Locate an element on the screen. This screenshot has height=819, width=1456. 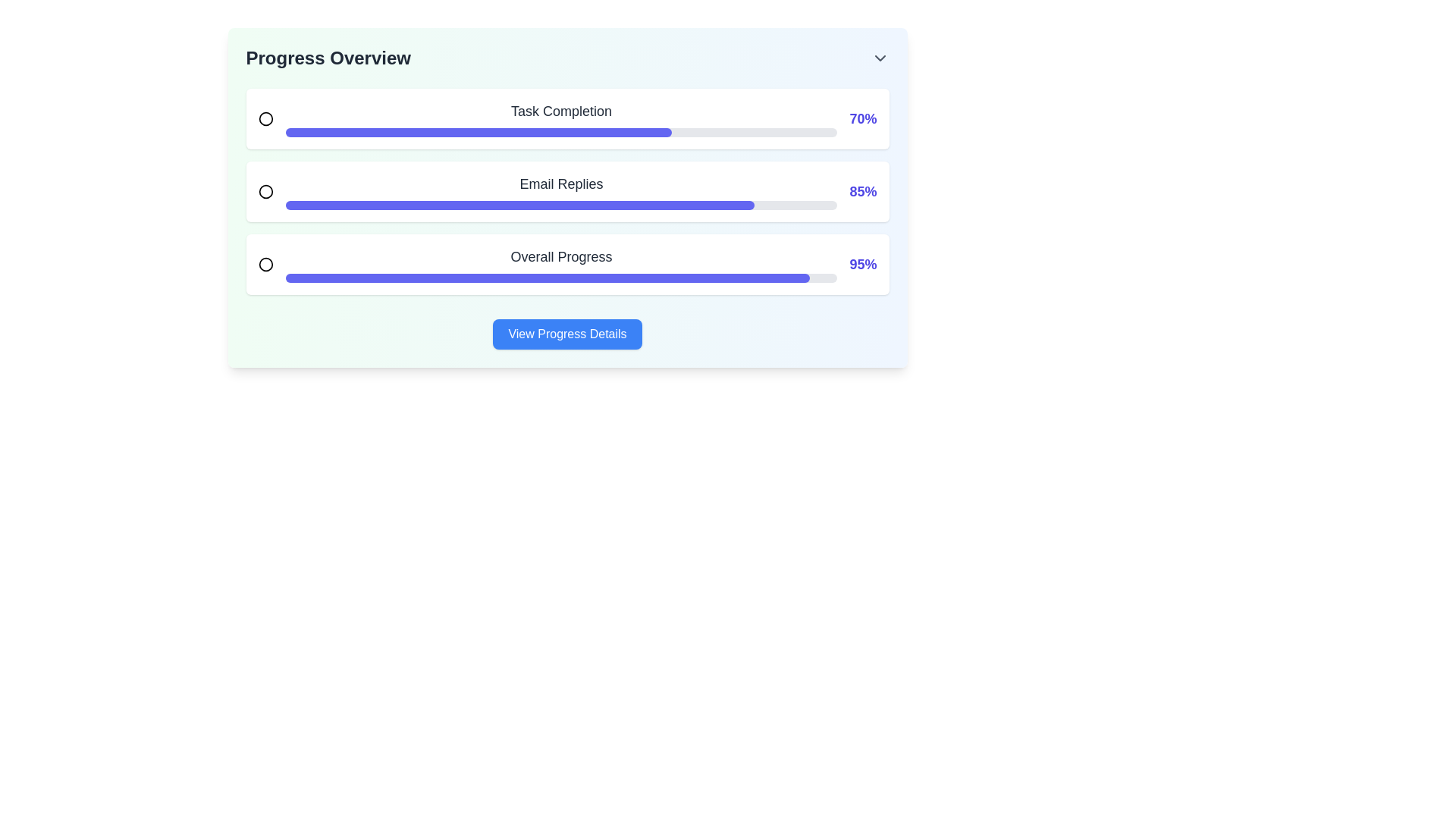
the 'Overall Progress' text and progress bar combination, which is located in the lower section of the 'Progress Overview' component and indicates a progress level of approximately 95% is located at coordinates (560, 263).